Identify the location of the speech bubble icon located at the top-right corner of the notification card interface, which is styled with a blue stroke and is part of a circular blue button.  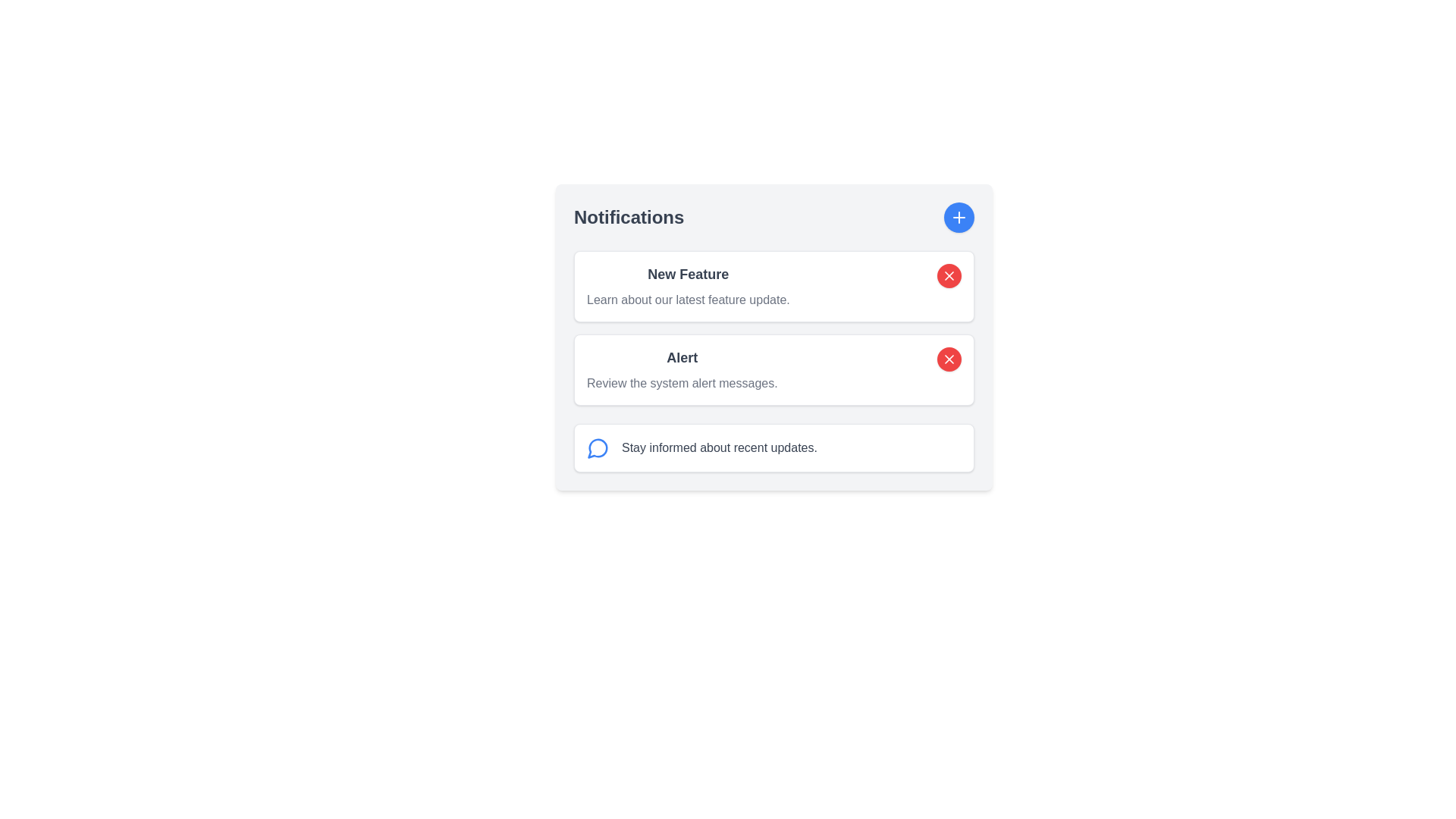
(597, 447).